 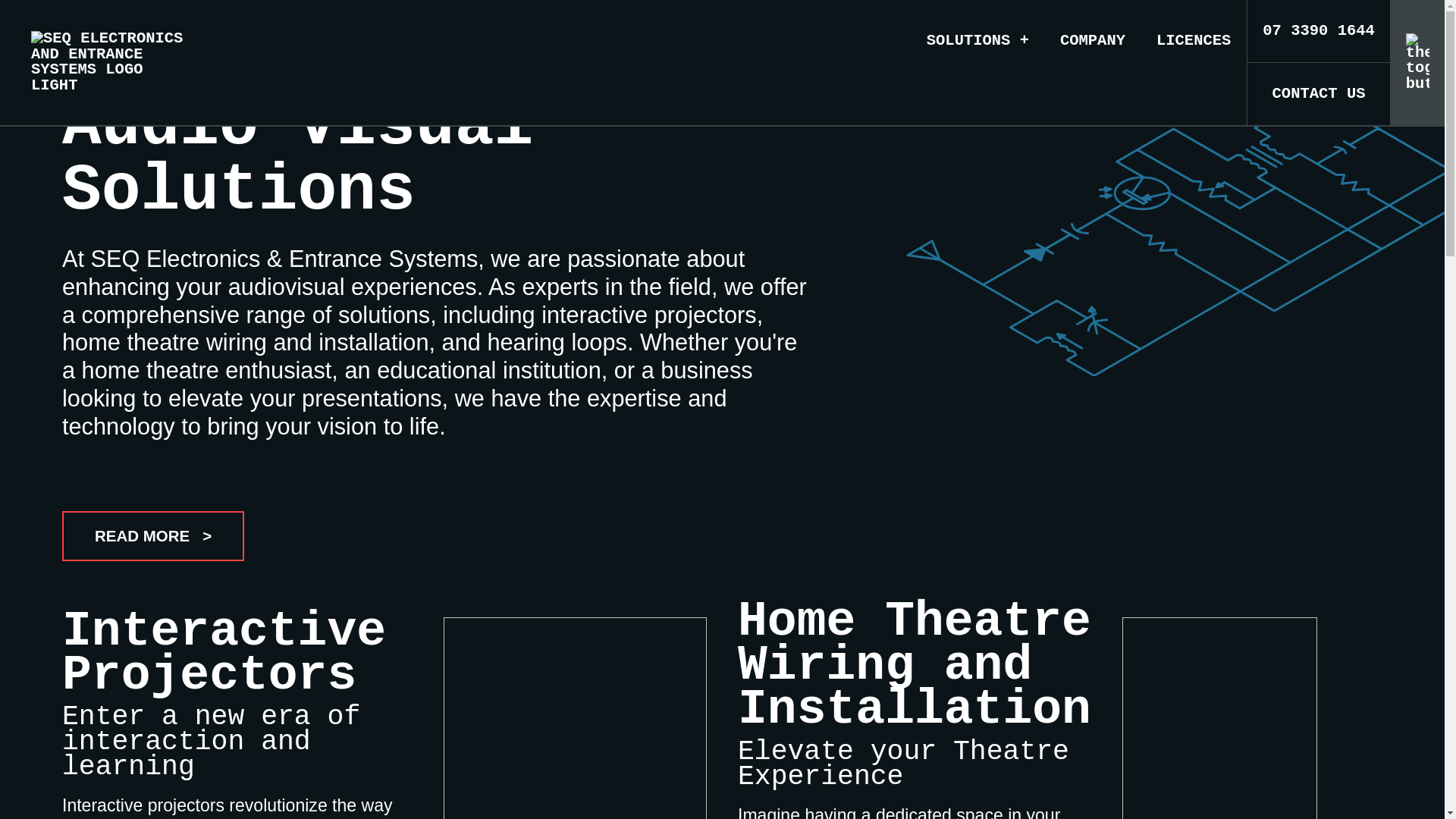 I want to click on 'Home Theatre Wiring and Installation', so click(x=738, y=664).